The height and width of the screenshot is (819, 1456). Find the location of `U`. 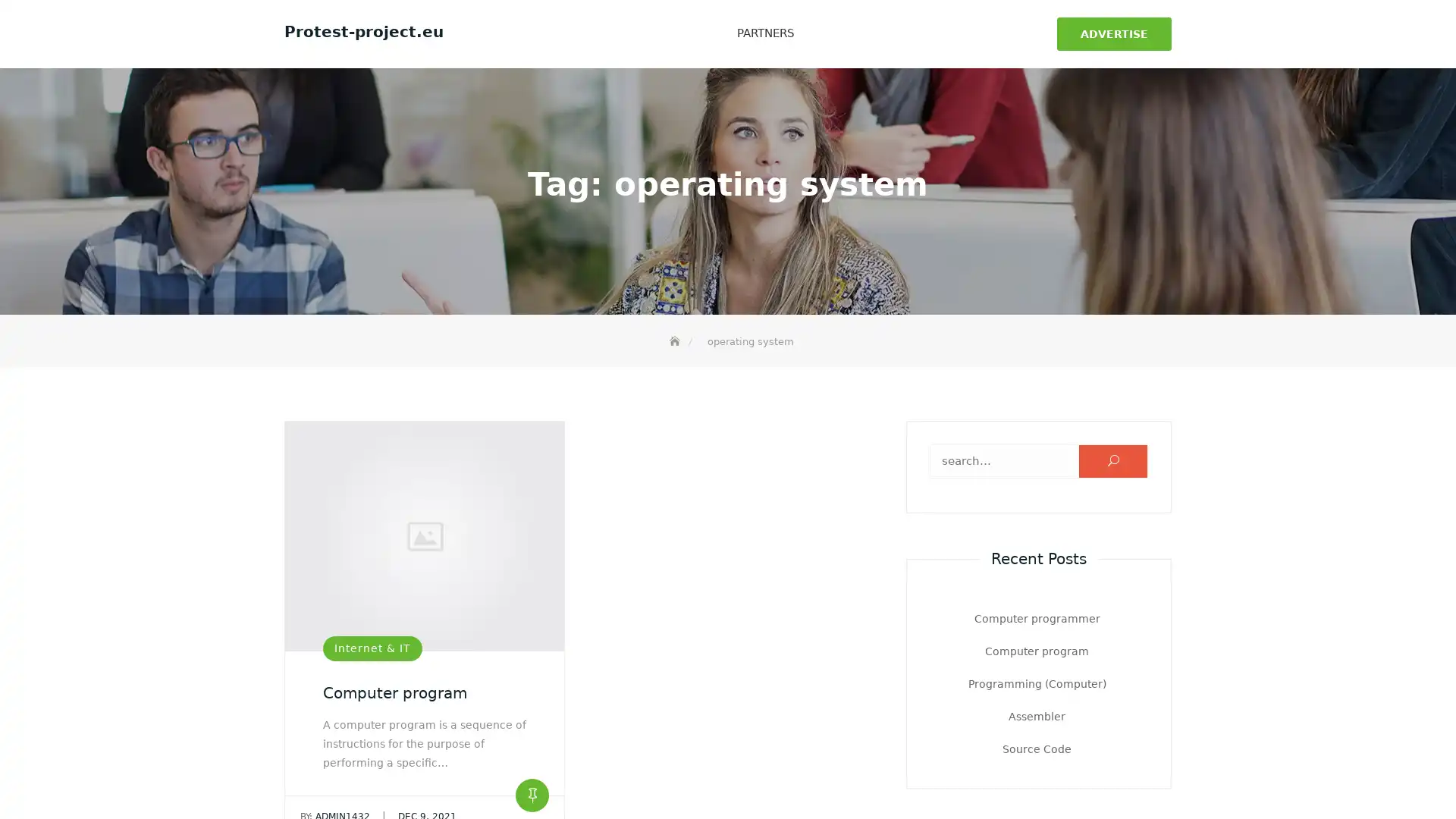

U is located at coordinates (1113, 455).